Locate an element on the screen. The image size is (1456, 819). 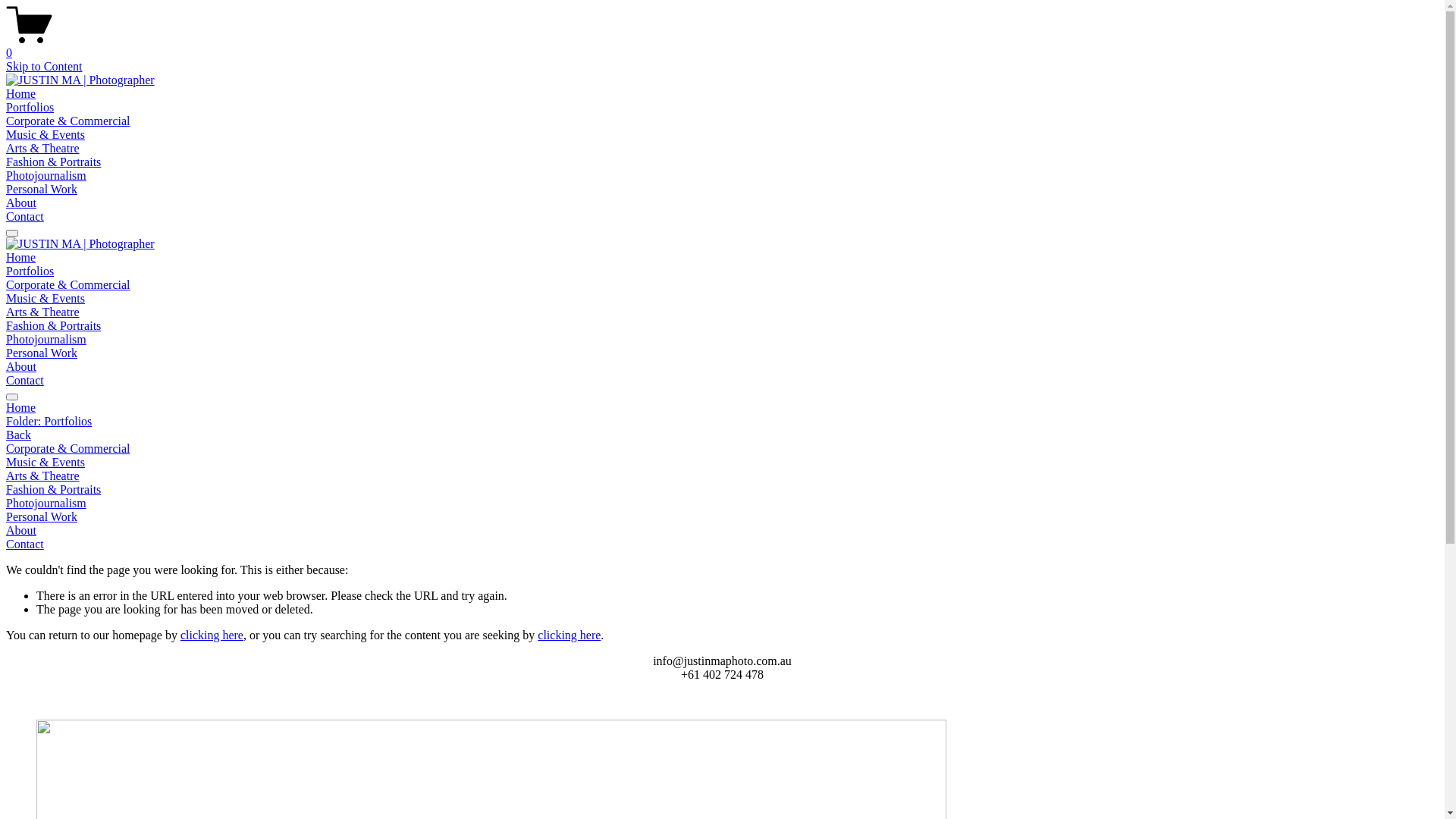
'Contact' is located at coordinates (721, 543).